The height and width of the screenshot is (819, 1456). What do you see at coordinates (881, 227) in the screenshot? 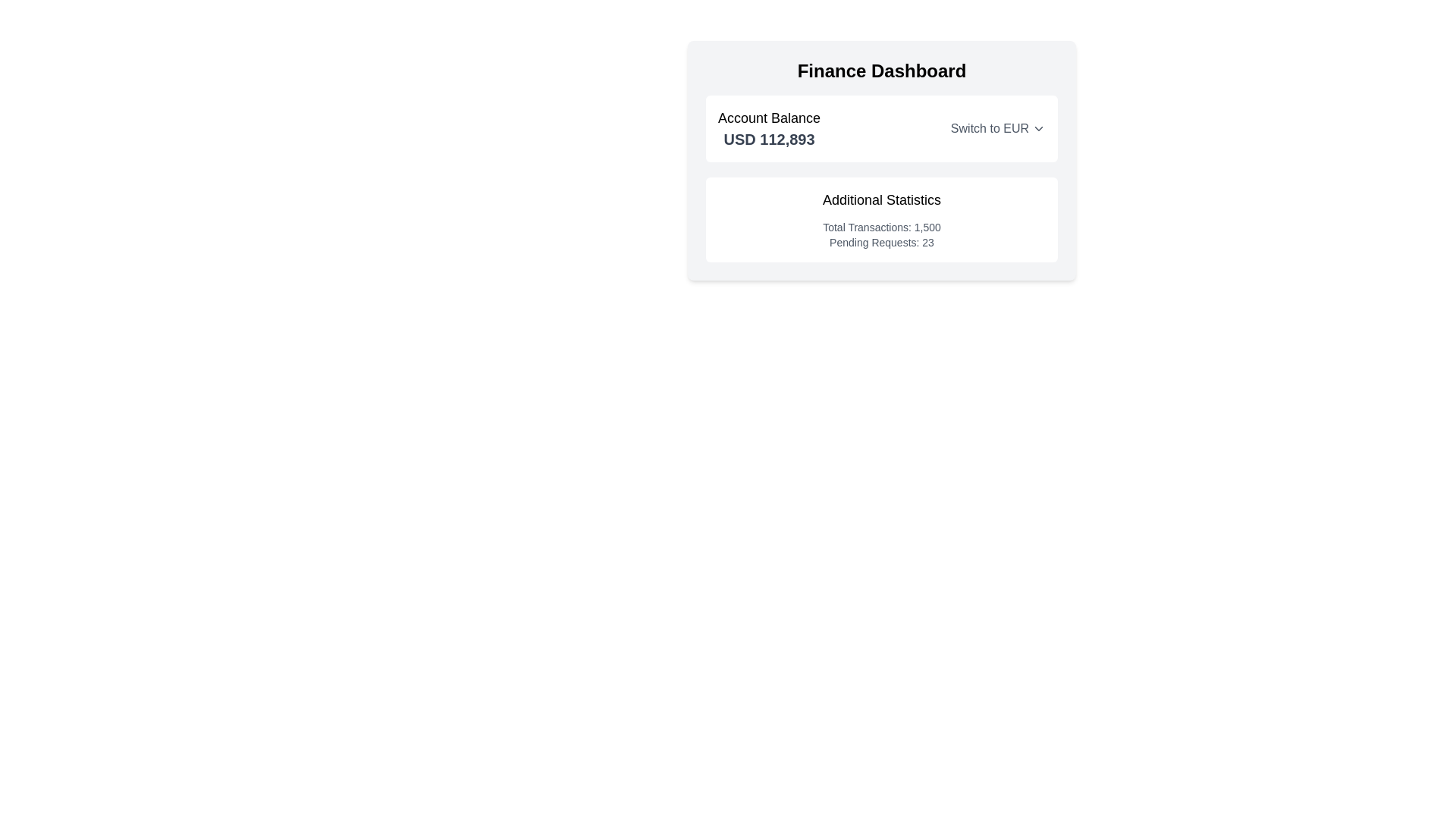
I see `the Text Label that displays the total number of transactions, located just below the 'Additional Statistics' heading` at bounding box center [881, 227].